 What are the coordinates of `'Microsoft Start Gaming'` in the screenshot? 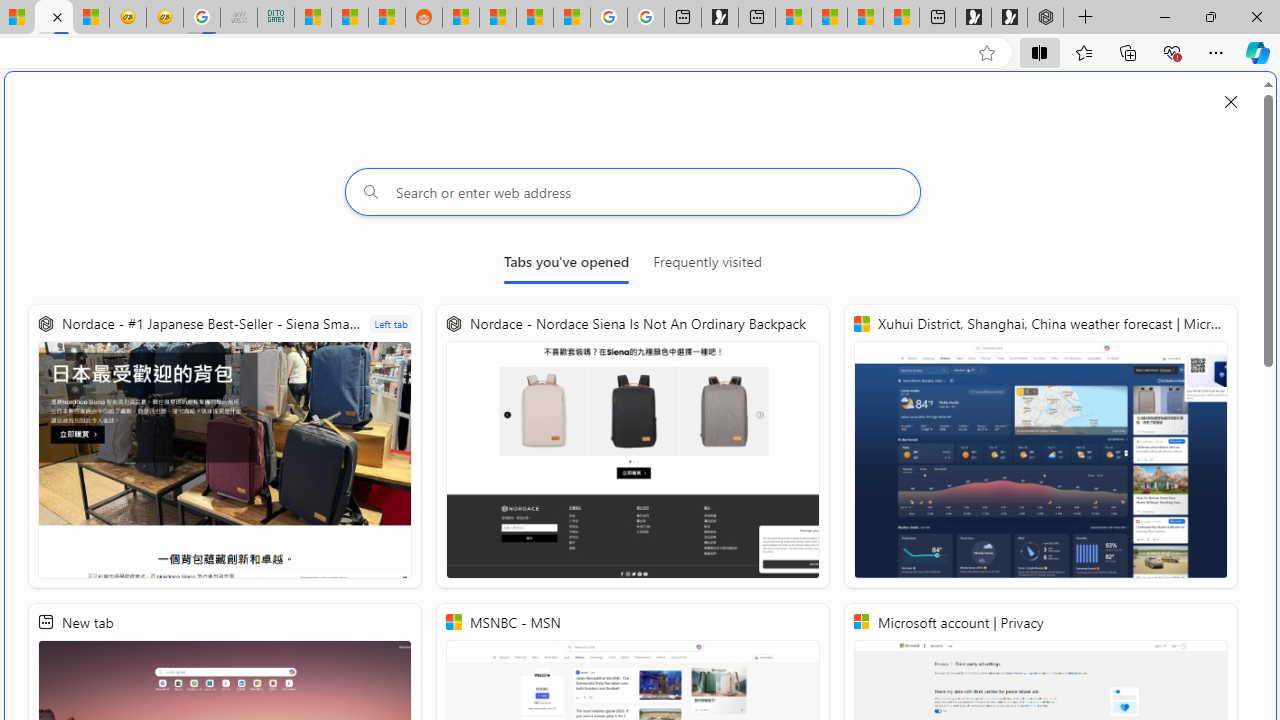 It's located at (720, 17).